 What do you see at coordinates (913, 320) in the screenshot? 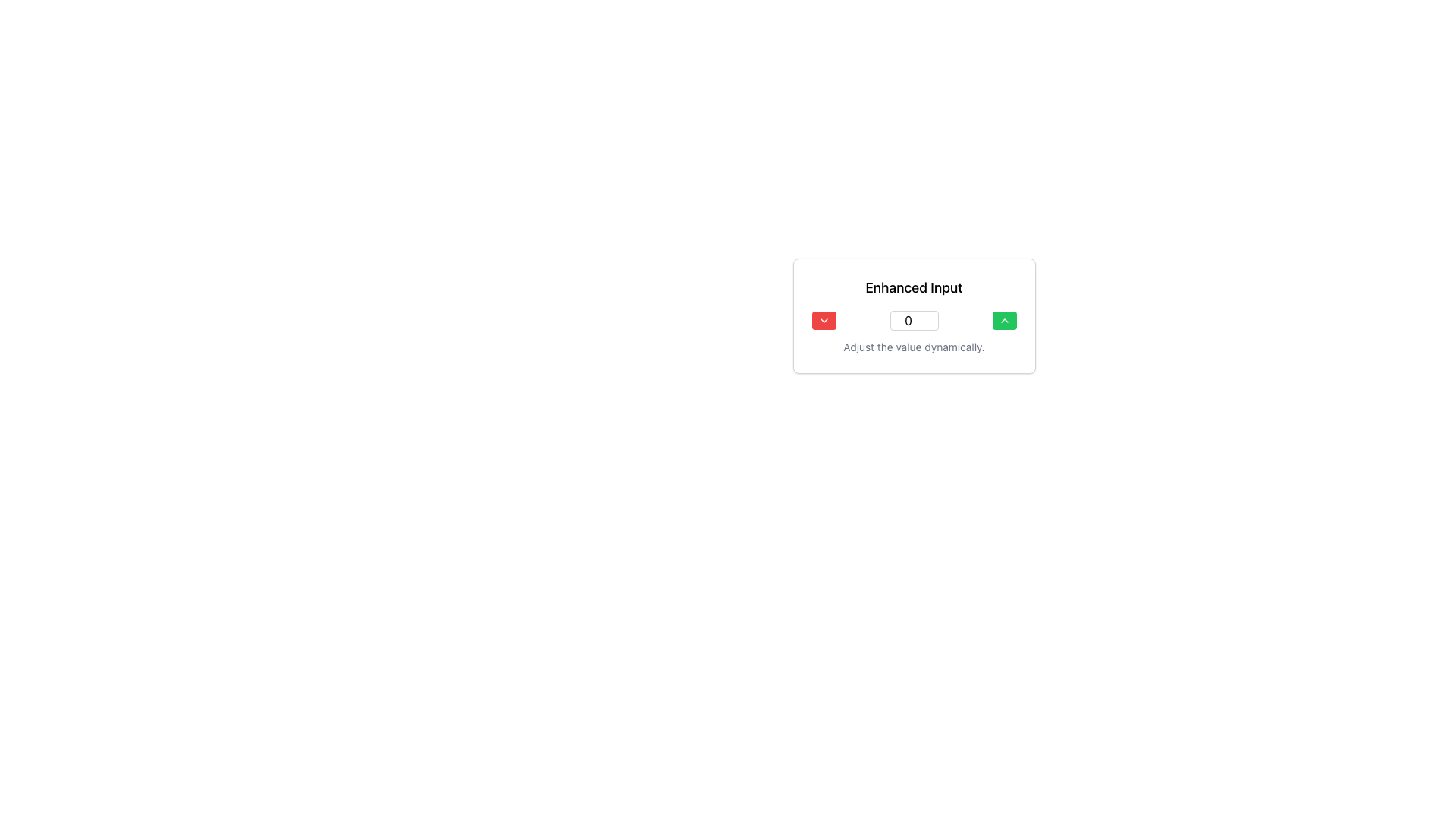
I see `the number input field with a white background and thin gray border to focus on it` at bounding box center [913, 320].